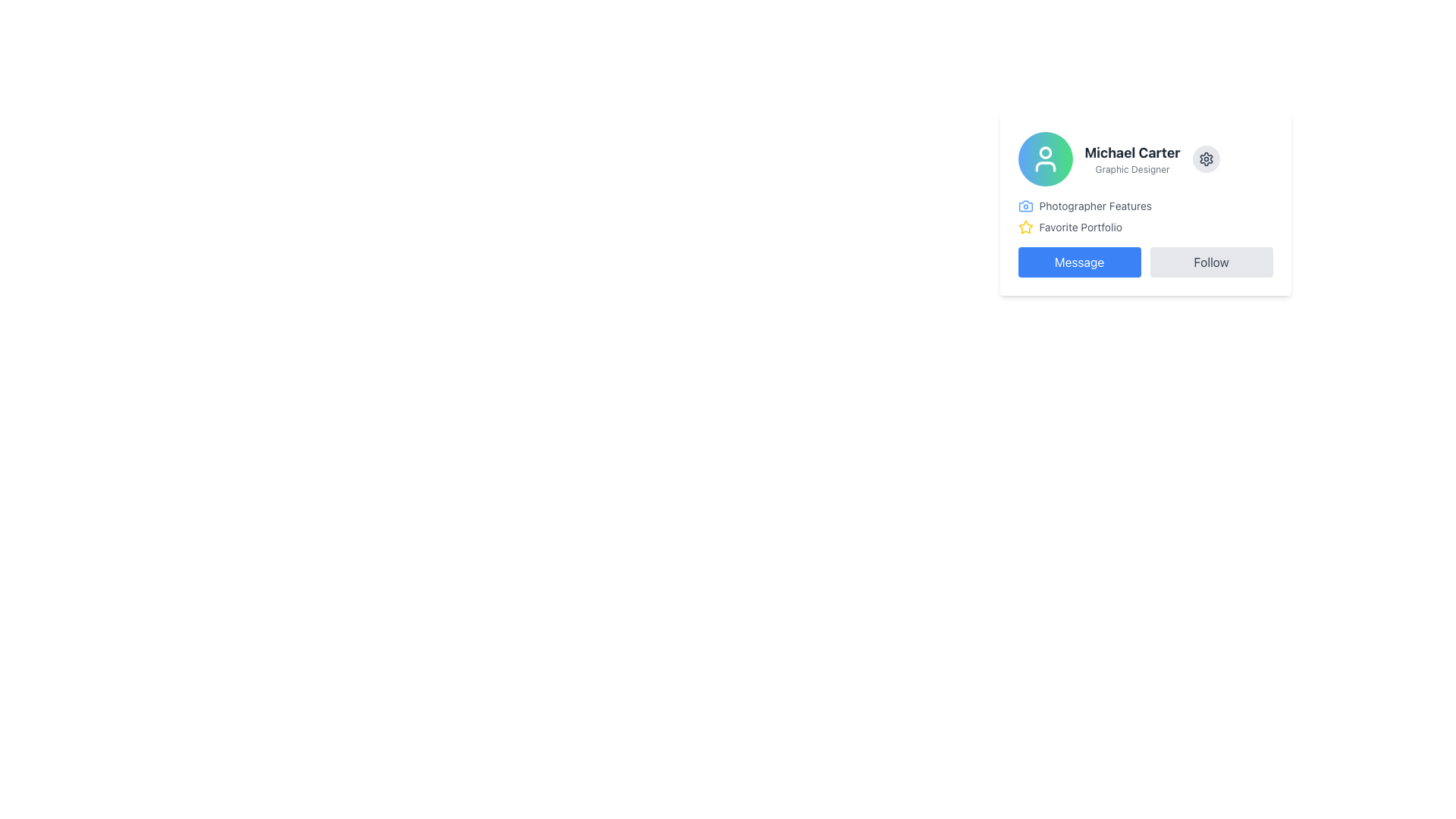 The height and width of the screenshot is (819, 1456). Describe the element at coordinates (1132, 169) in the screenshot. I see `the text label displaying 'Graphic Designer', which is styled in gray and located beneath 'Michael Carter' in the upper-right side of the interface` at that location.